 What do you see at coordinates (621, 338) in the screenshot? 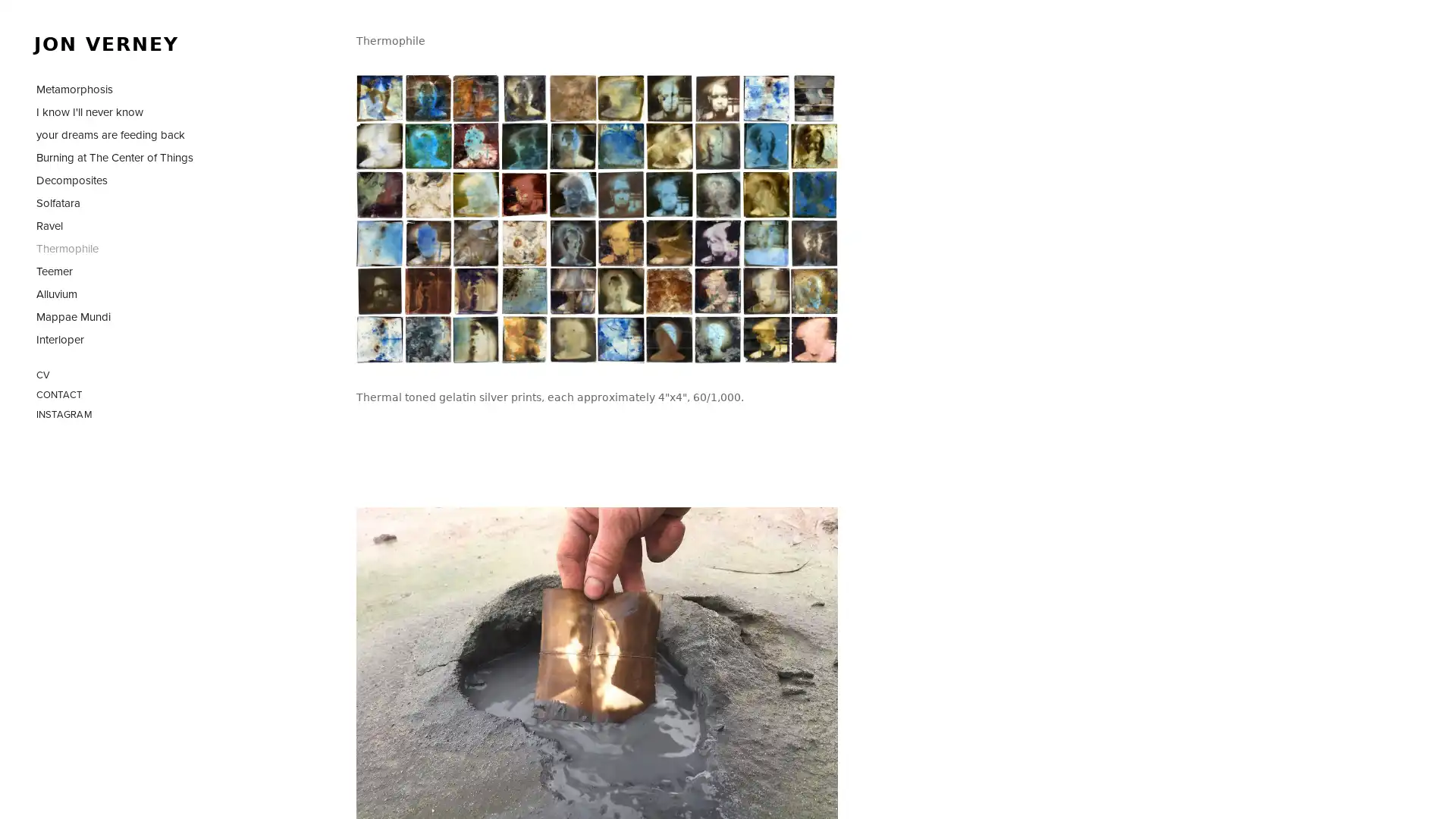
I see `View fullsize jon_verney_thermophile_60.jpg` at bounding box center [621, 338].